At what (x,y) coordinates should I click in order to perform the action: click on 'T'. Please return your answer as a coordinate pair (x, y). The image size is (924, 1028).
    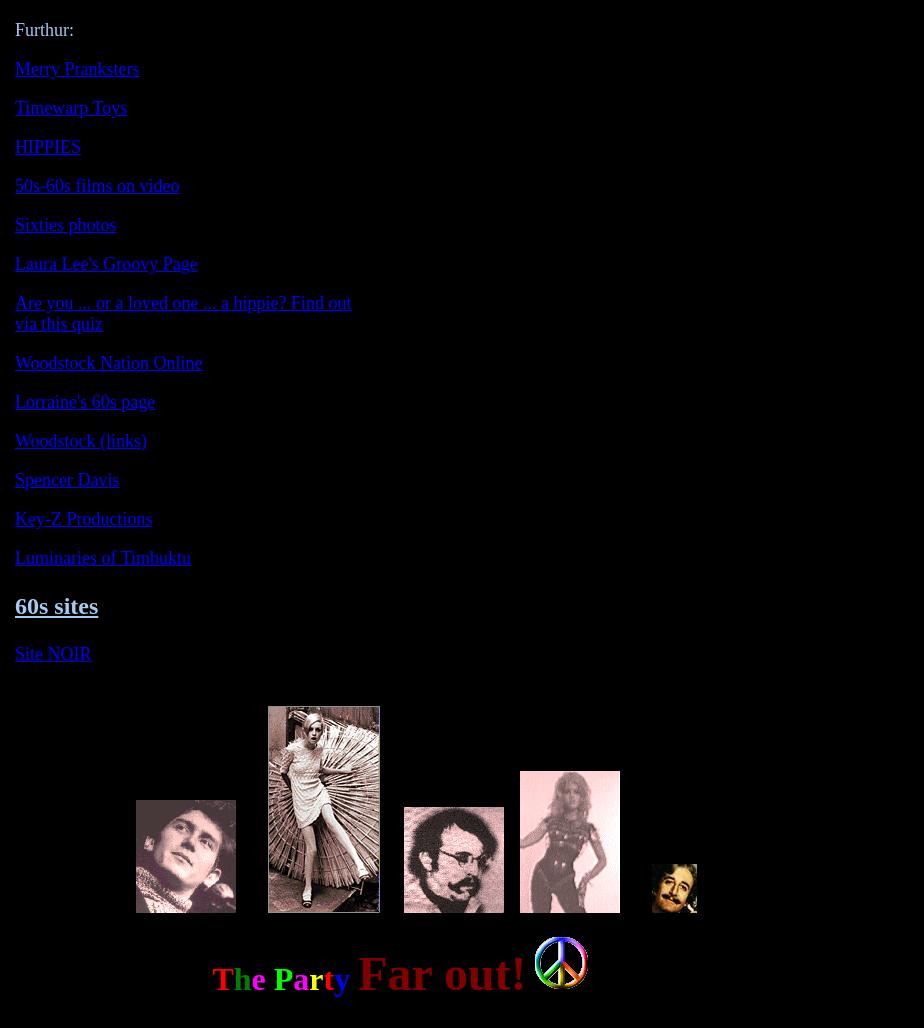
    Looking at the image, I should click on (222, 977).